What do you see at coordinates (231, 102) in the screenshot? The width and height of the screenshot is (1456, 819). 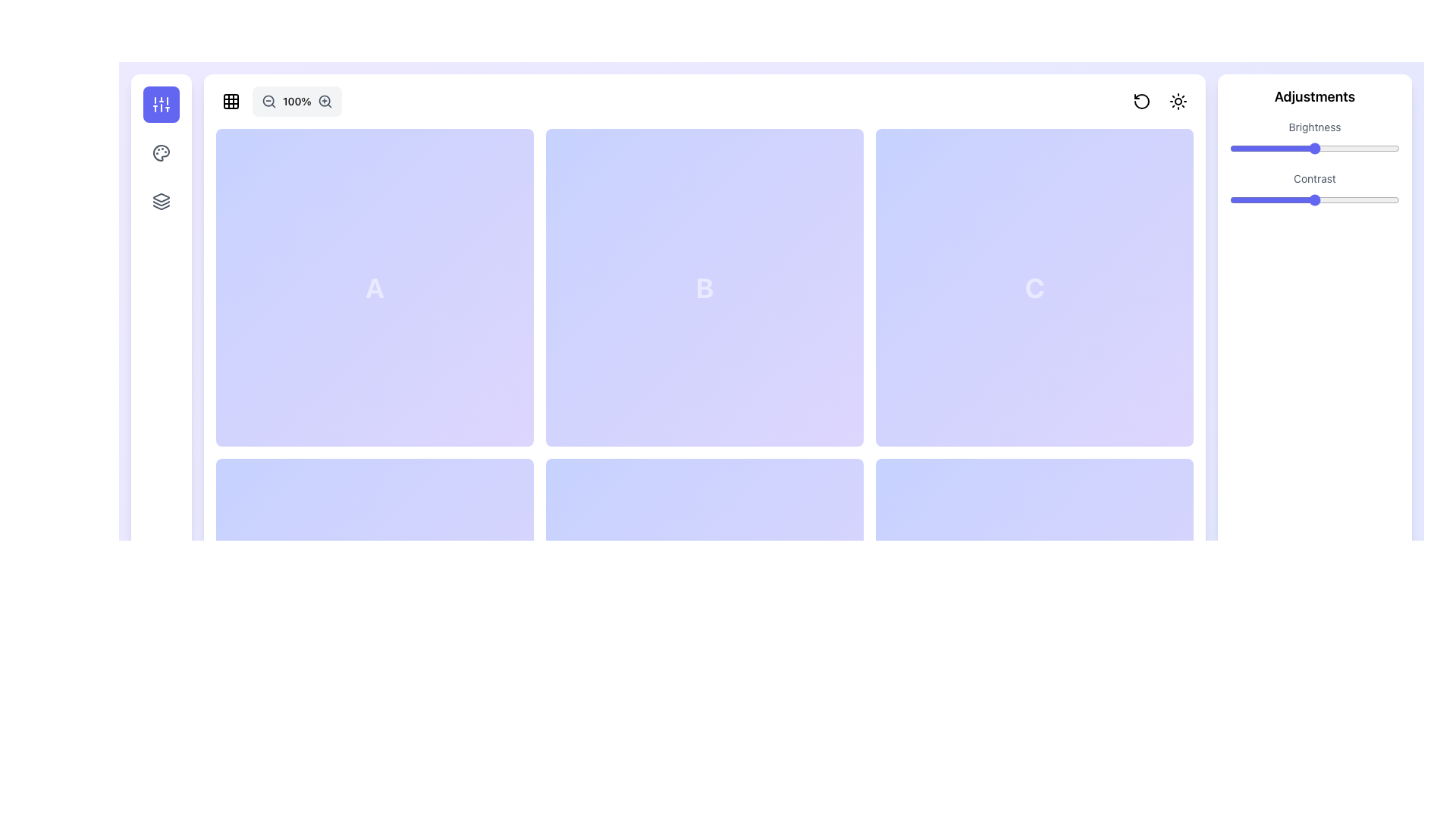 I see `the grid view toggle button located in the top bar` at bounding box center [231, 102].